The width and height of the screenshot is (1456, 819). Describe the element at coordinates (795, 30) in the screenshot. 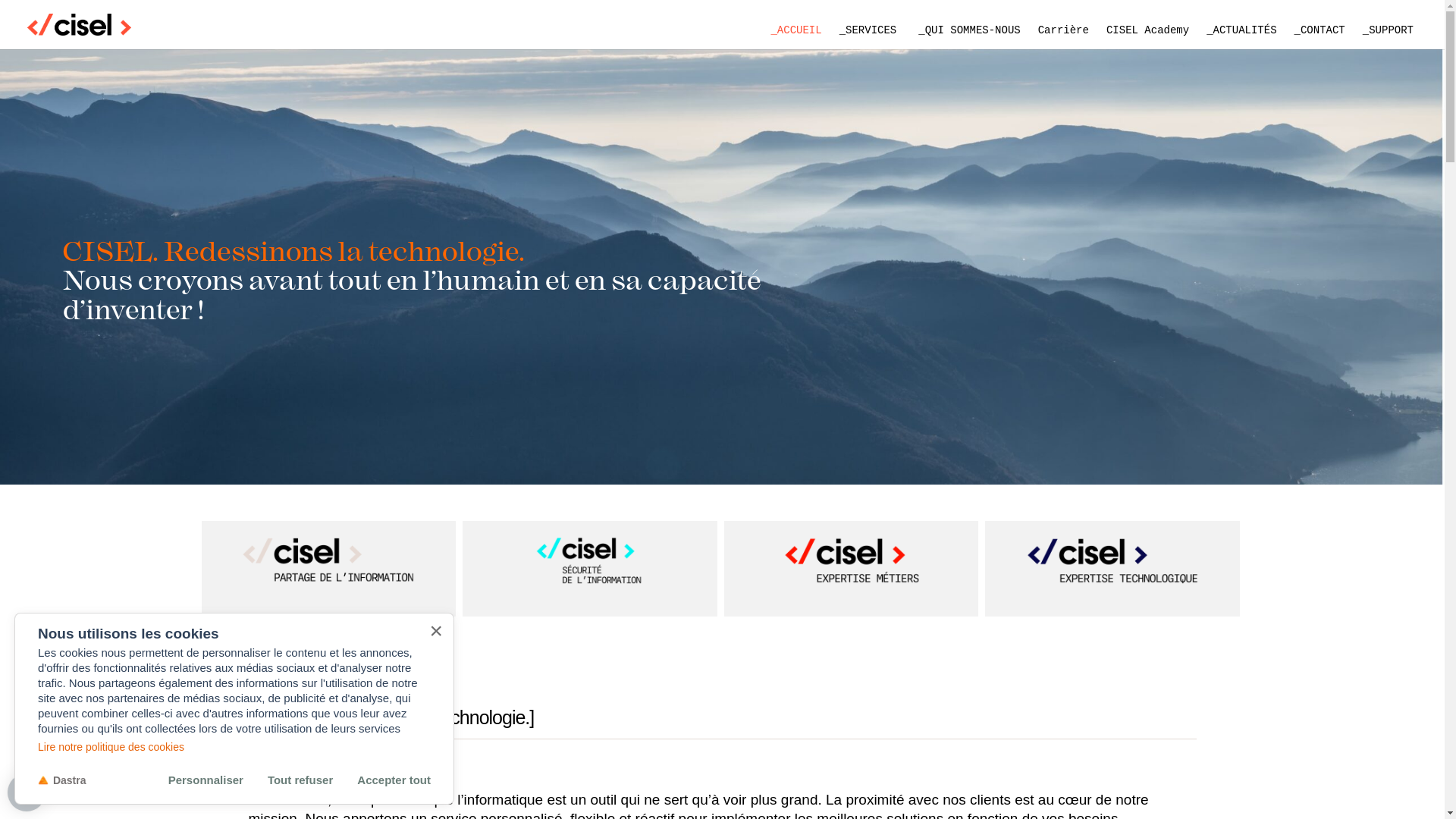

I see `'_ACCUEIL'` at that location.